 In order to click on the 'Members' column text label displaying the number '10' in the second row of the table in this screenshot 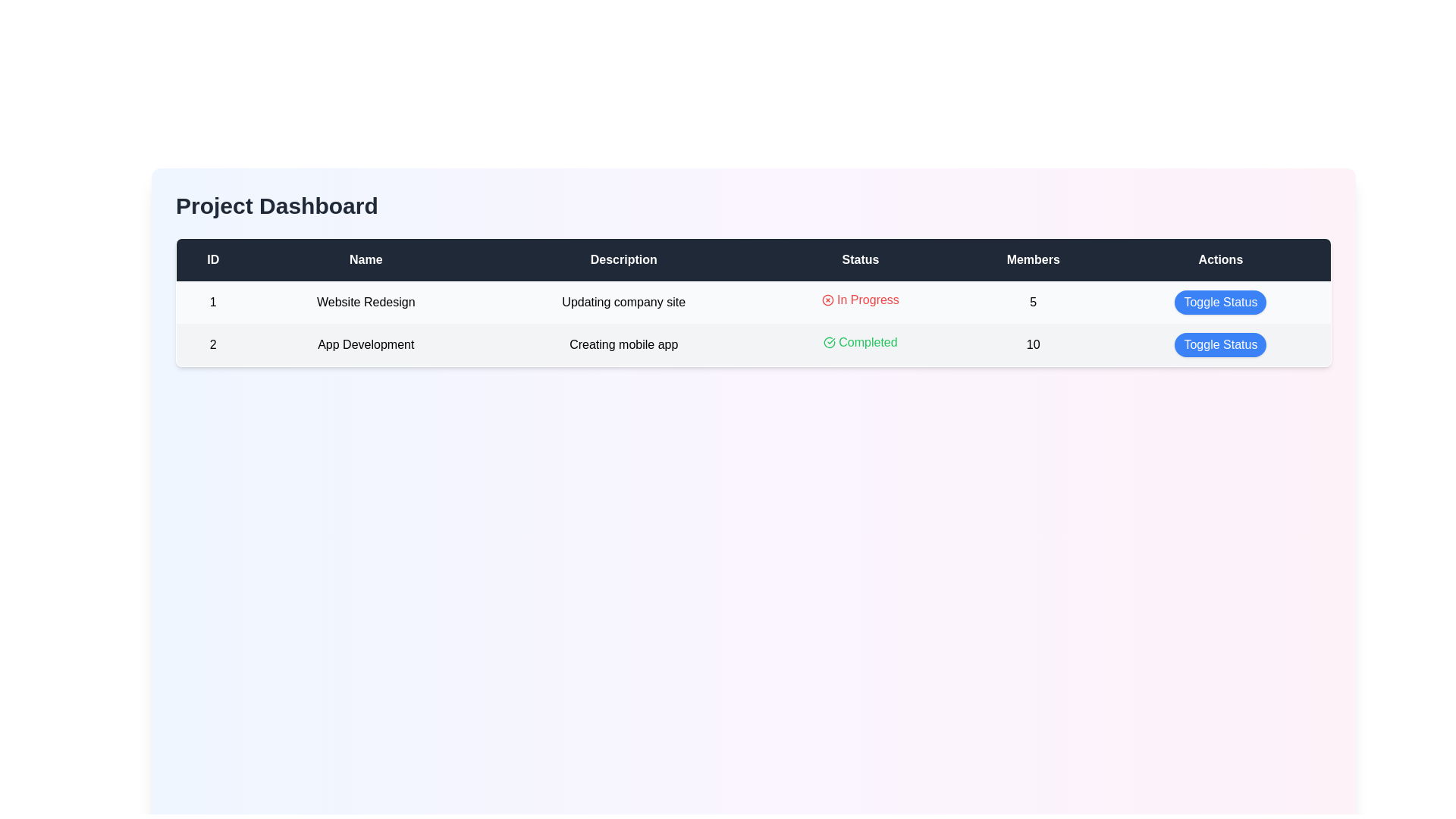, I will do `click(1032, 345)`.